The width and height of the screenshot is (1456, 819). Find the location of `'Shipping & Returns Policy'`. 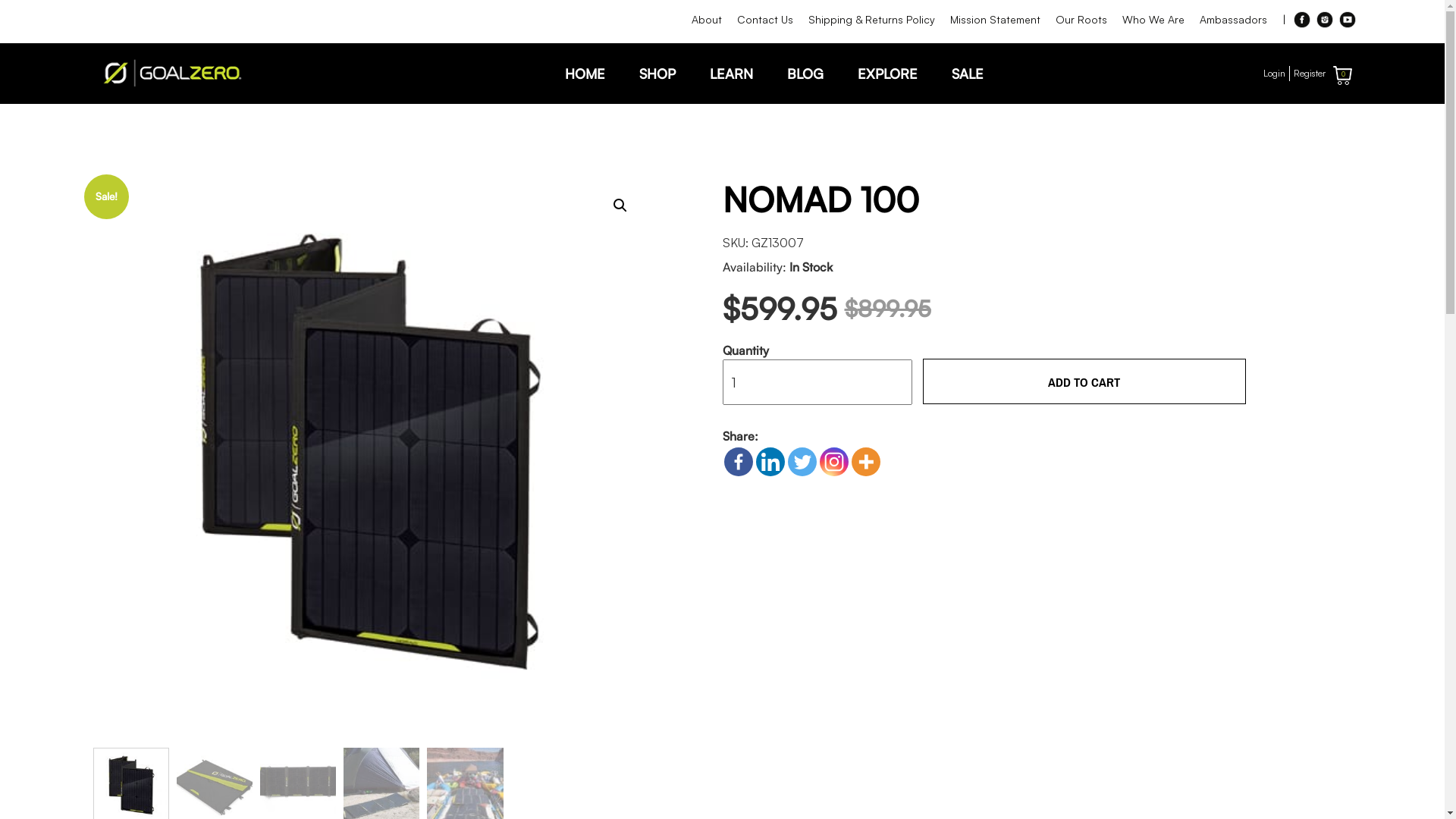

'Shipping & Returns Policy' is located at coordinates (800, 20).